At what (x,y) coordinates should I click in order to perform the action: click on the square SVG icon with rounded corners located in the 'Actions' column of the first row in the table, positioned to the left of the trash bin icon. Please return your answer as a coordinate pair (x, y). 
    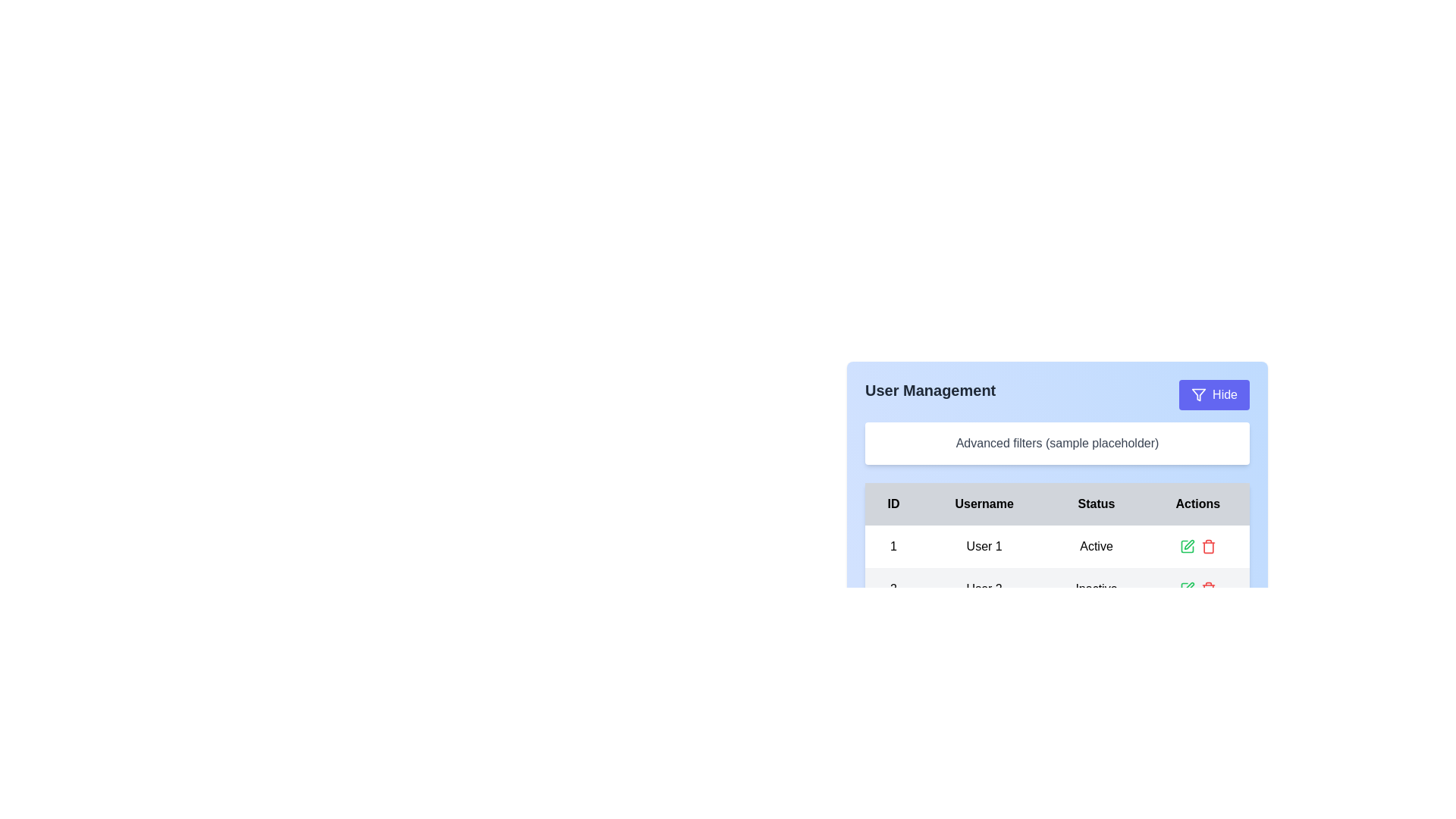
    Looking at the image, I should click on (1186, 547).